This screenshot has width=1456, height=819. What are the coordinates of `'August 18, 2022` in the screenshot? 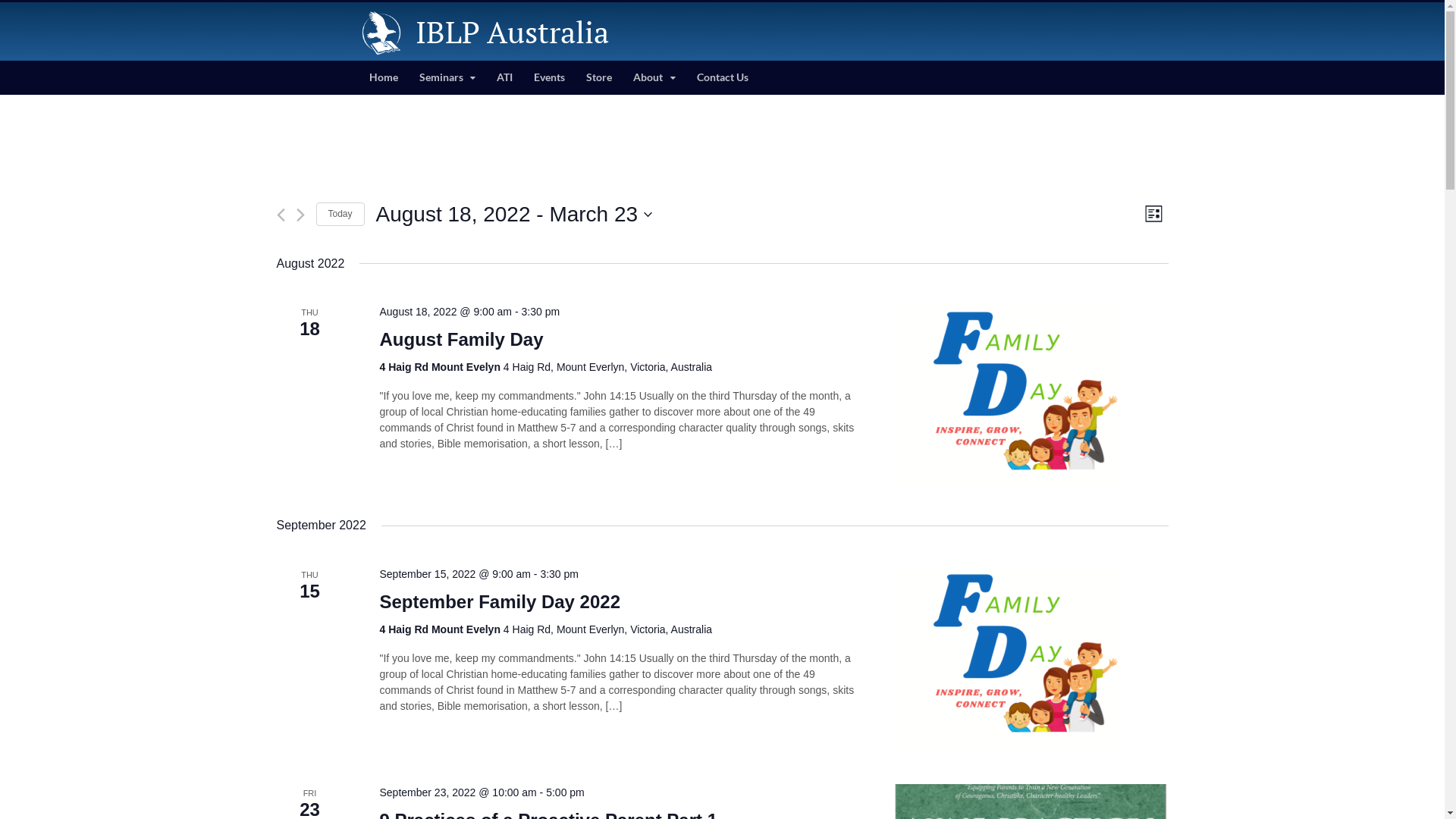 It's located at (514, 214).